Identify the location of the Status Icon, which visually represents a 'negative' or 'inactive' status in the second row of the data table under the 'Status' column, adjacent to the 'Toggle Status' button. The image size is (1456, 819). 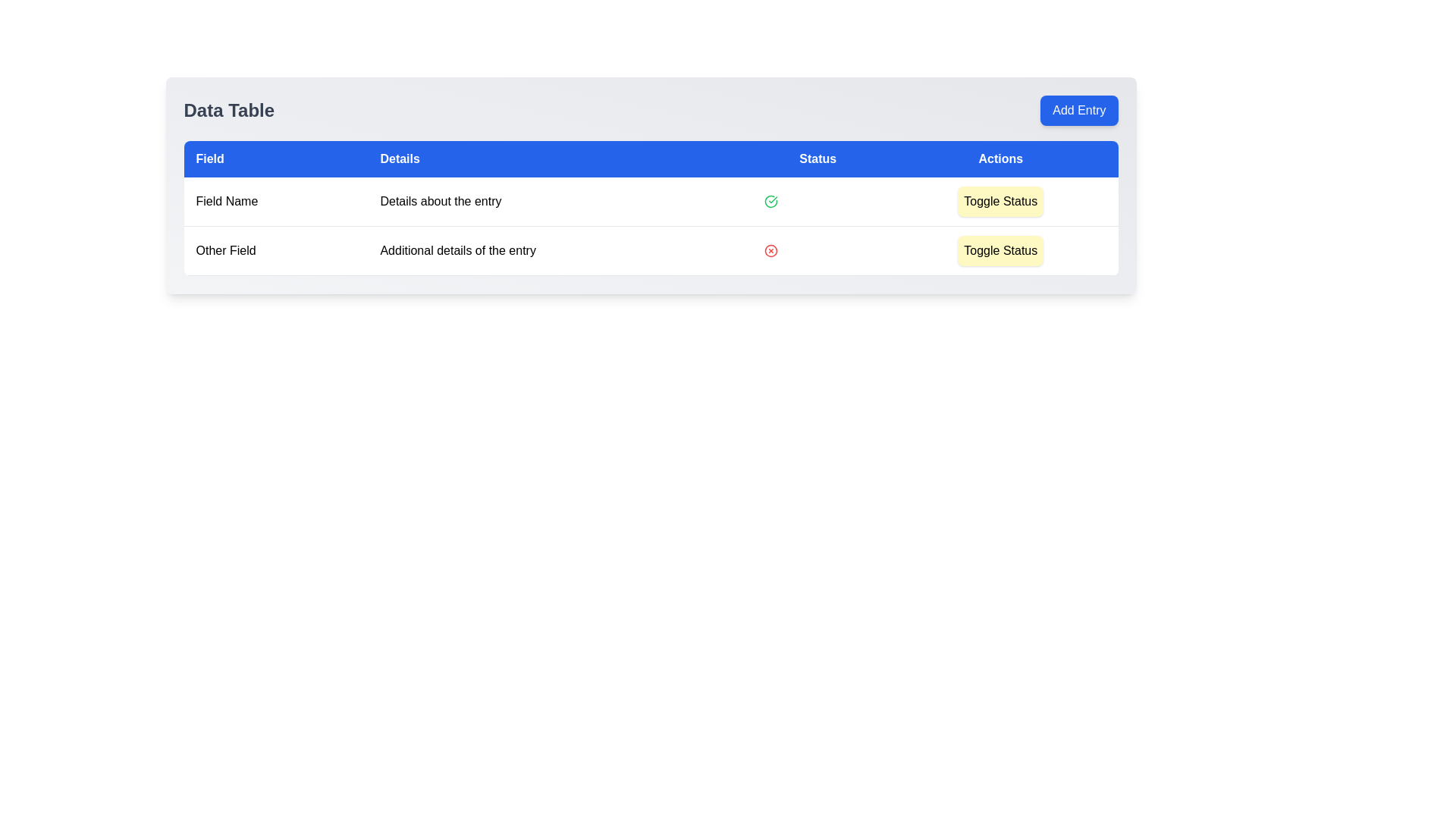
(771, 250).